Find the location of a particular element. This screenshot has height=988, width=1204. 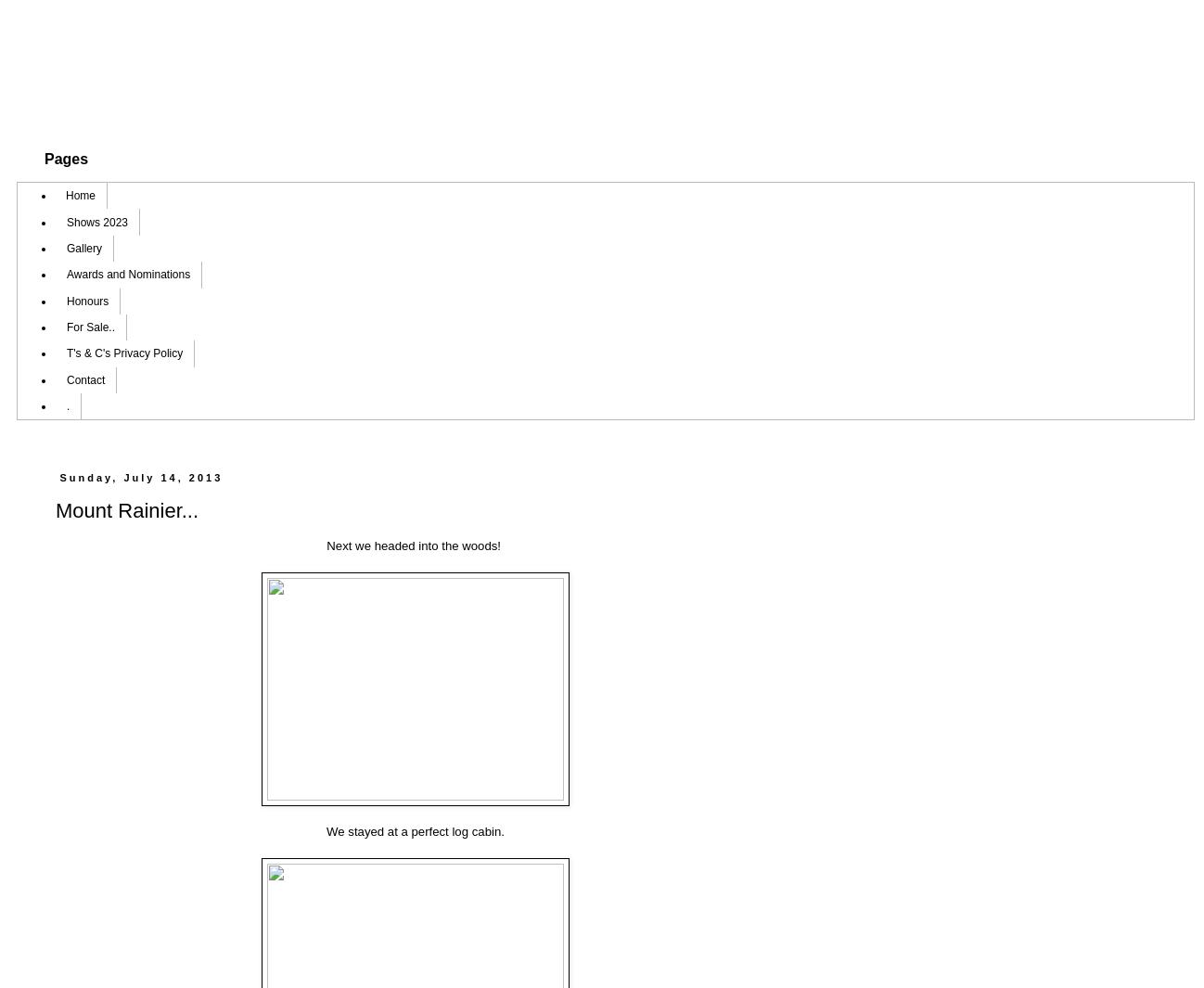

'Shows 2023' is located at coordinates (97, 220).